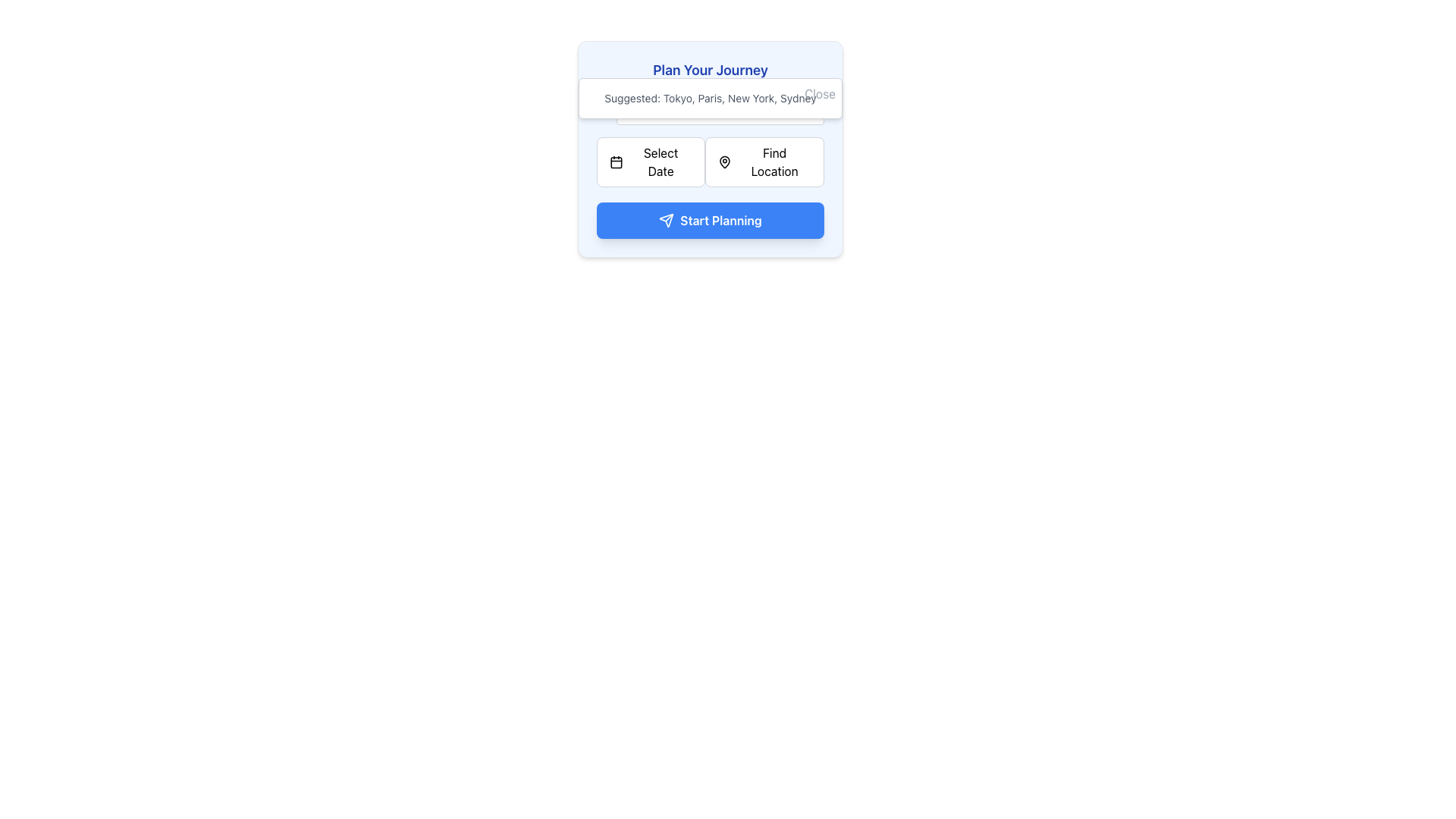 The width and height of the screenshot is (1456, 819). Describe the element at coordinates (709, 99) in the screenshot. I see `one of the suggested popular destinations listed in the Informational panel located below the 'Plan Your Journey' heading` at that location.